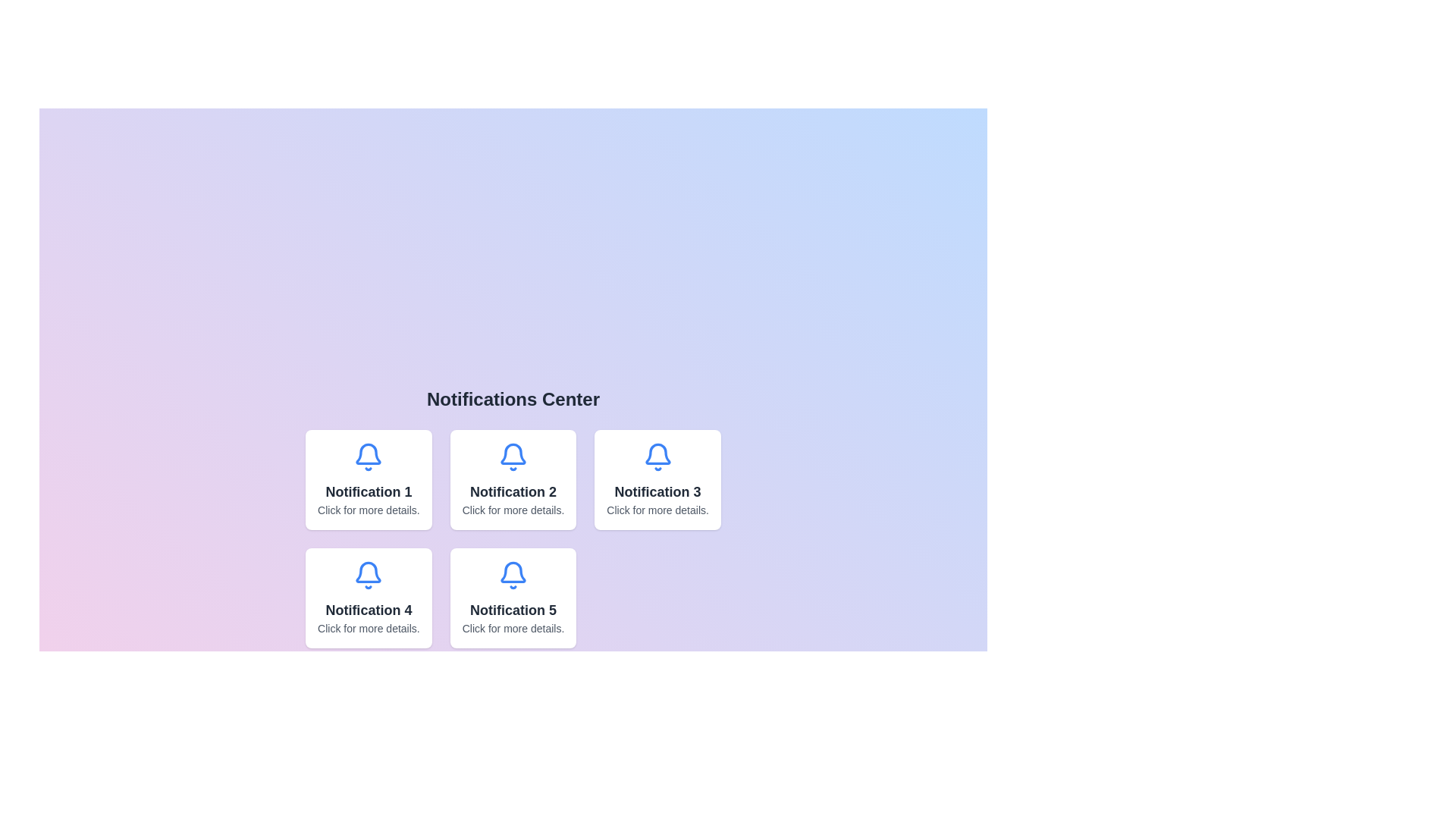 The image size is (1456, 819). I want to click on text heading for the third notification in the grid, which is located centrally within the Notification 3 box above the descriptive text and below the blue bell icon, so click(657, 491).